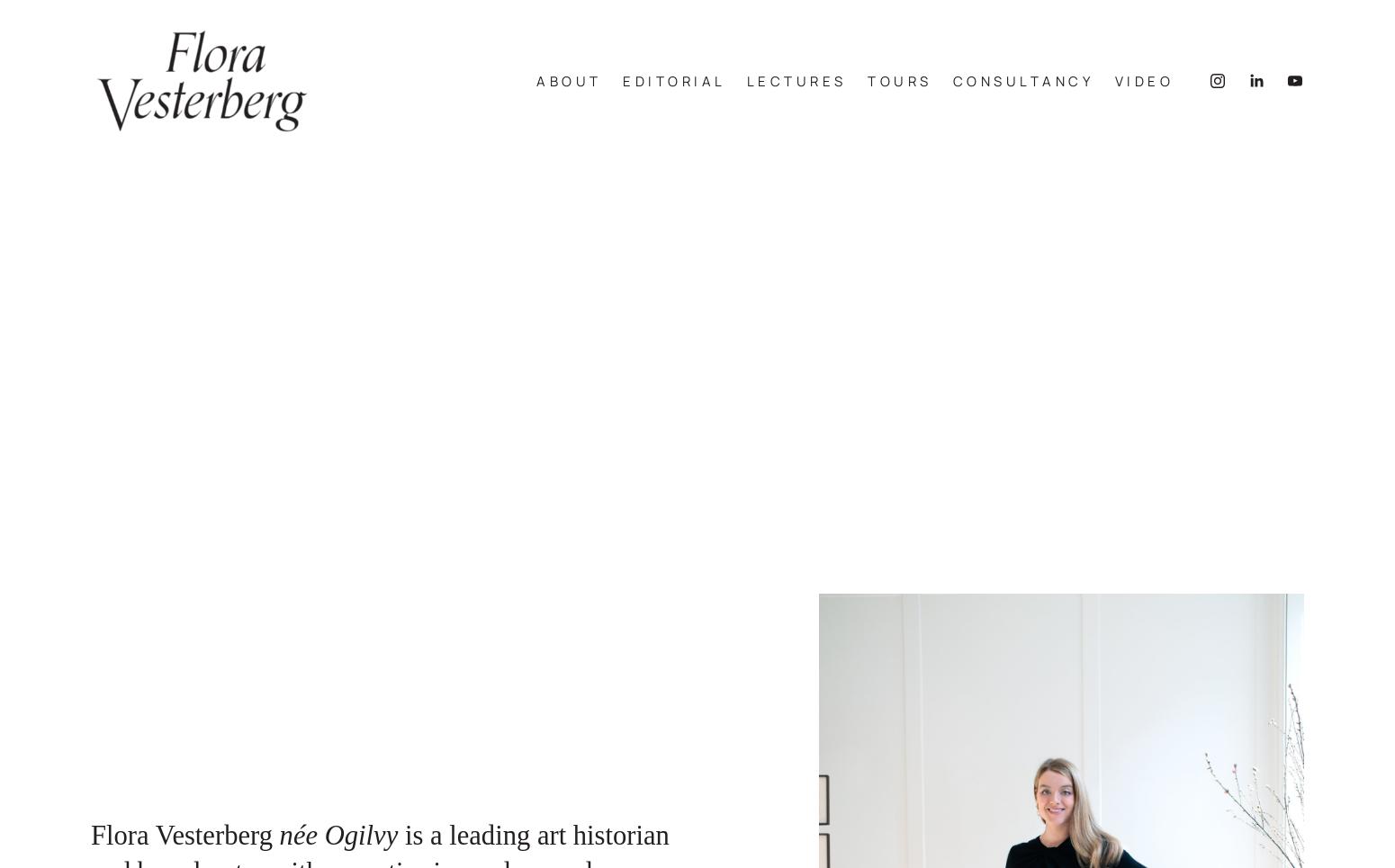 The width and height of the screenshot is (1395, 868). Describe the element at coordinates (898, 89) in the screenshot. I see `'Tours'` at that location.